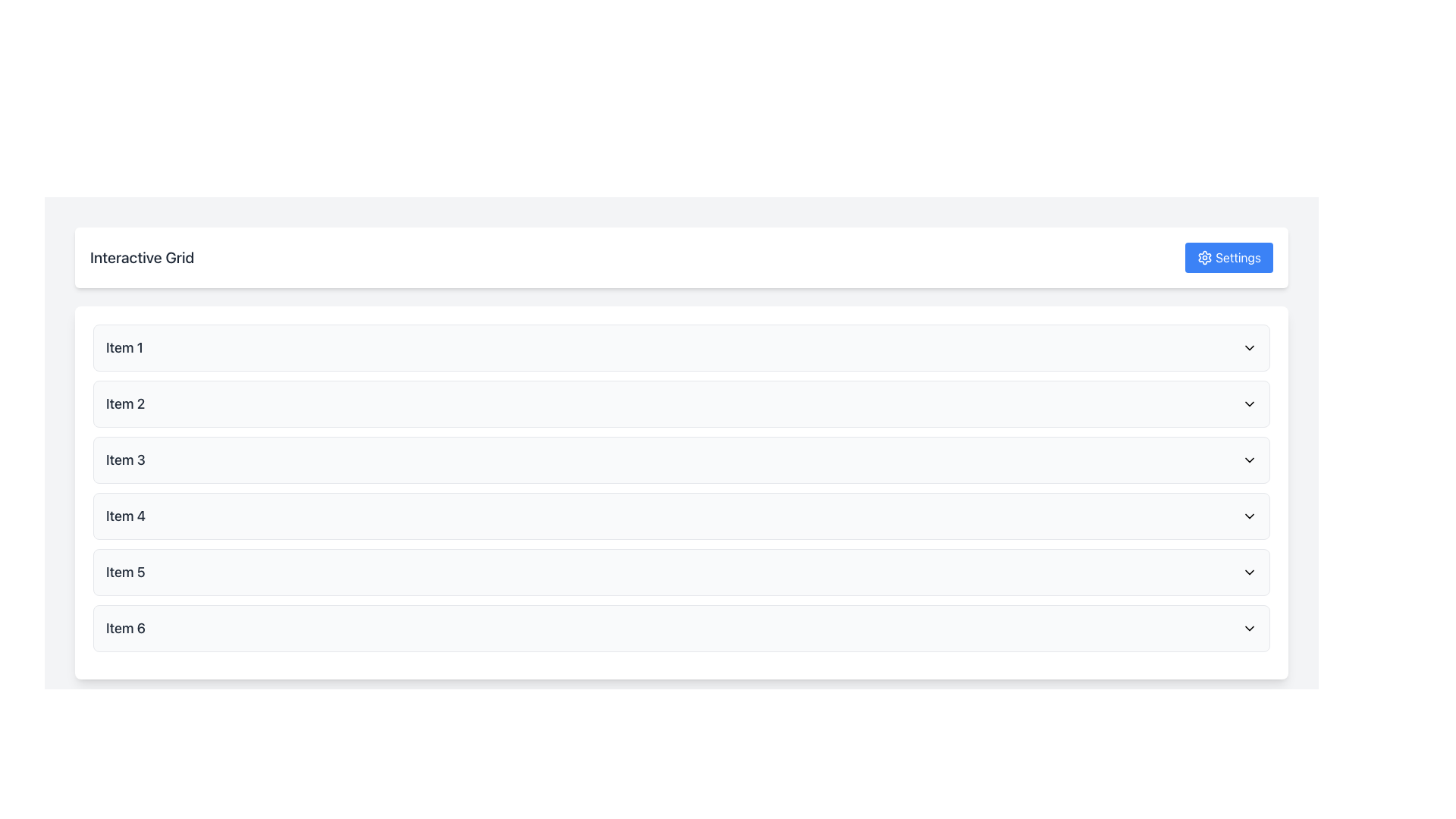 The width and height of the screenshot is (1456, 819). What do you see at coordinates (680, 348) in the screenshot?
I see `the first list item labeled 'Item 1' with a dropdown indicator` at bounding box center [680, 348].